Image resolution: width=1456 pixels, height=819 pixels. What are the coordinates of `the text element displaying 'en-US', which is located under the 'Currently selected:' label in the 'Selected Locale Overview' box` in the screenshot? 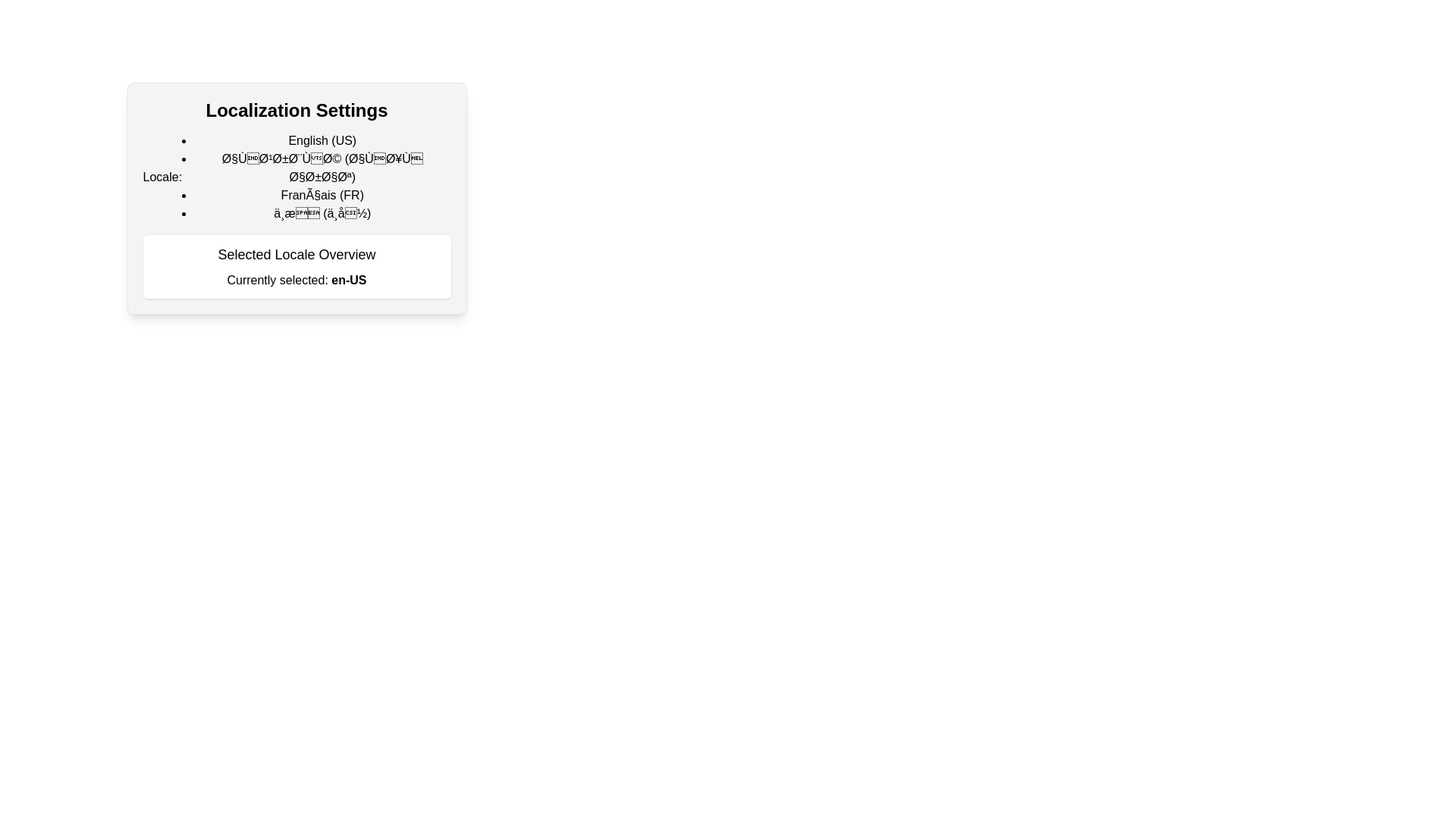 It's located at (348, 280).